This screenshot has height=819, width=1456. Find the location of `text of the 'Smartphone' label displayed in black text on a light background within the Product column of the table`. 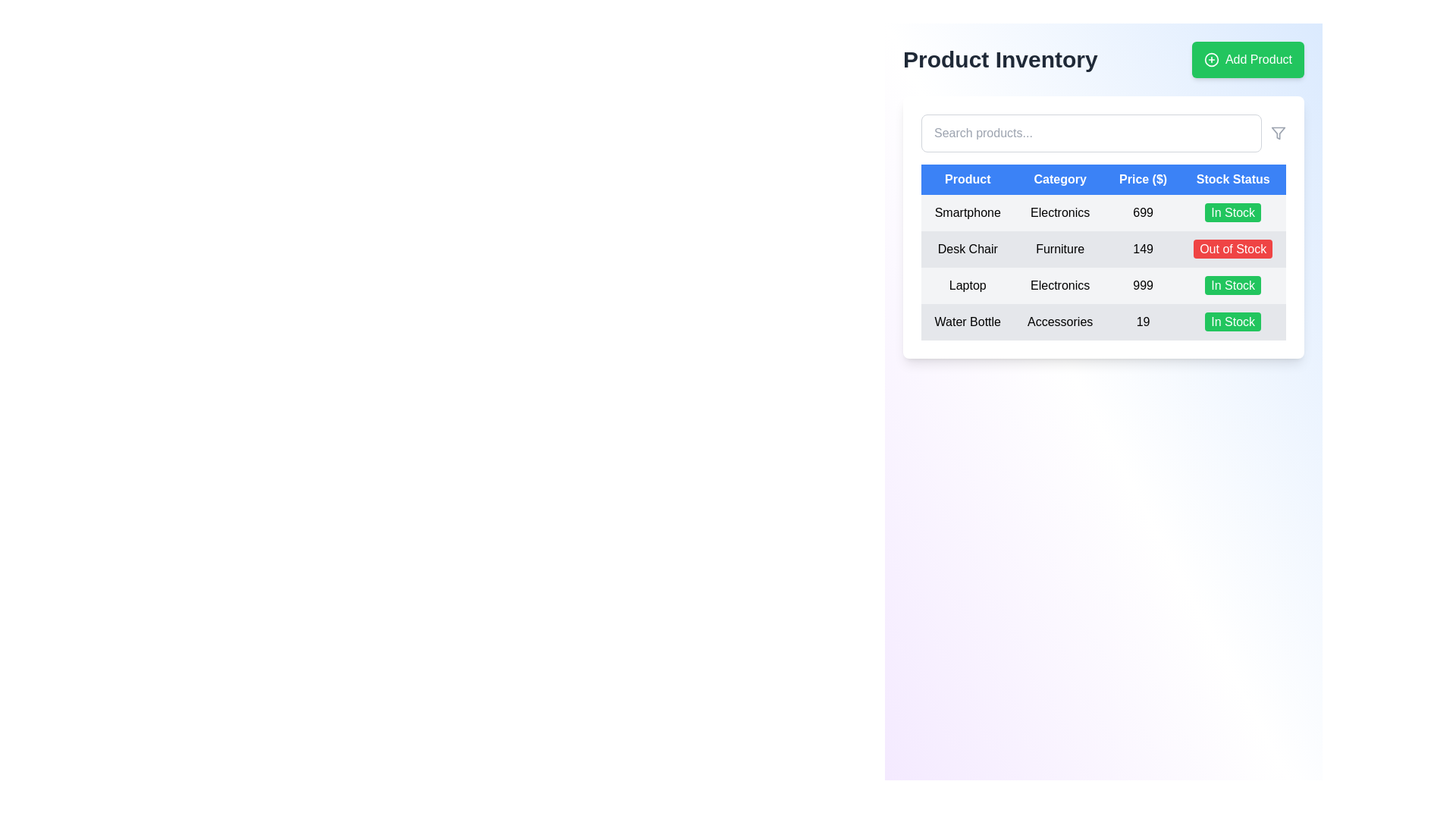

text of the 'Smartphone' label displayed in black text on a light background within the Product column of the table is located at coordinates (967, 213).